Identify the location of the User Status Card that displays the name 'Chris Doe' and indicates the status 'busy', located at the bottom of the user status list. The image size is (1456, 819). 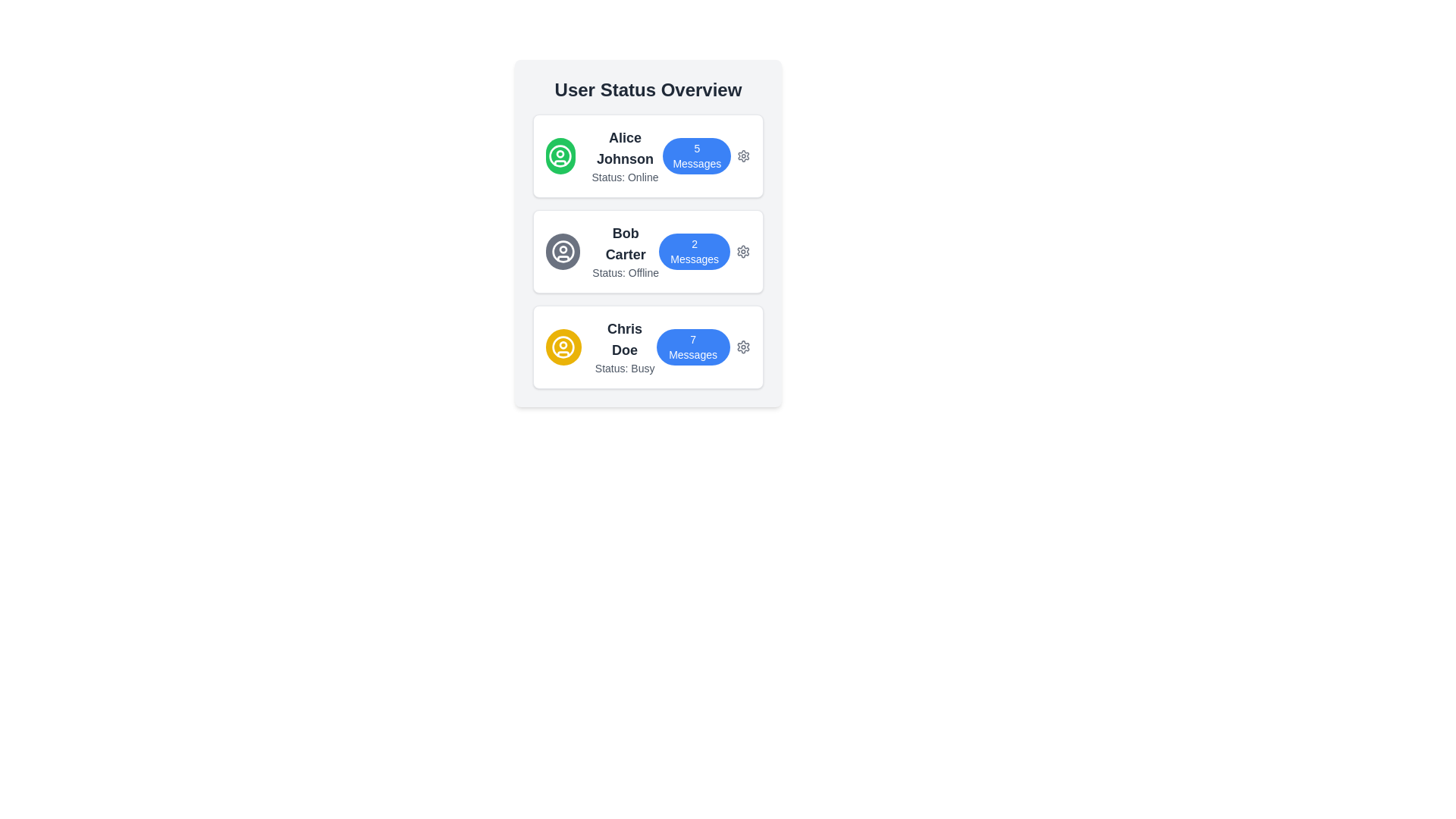
(600, 347).